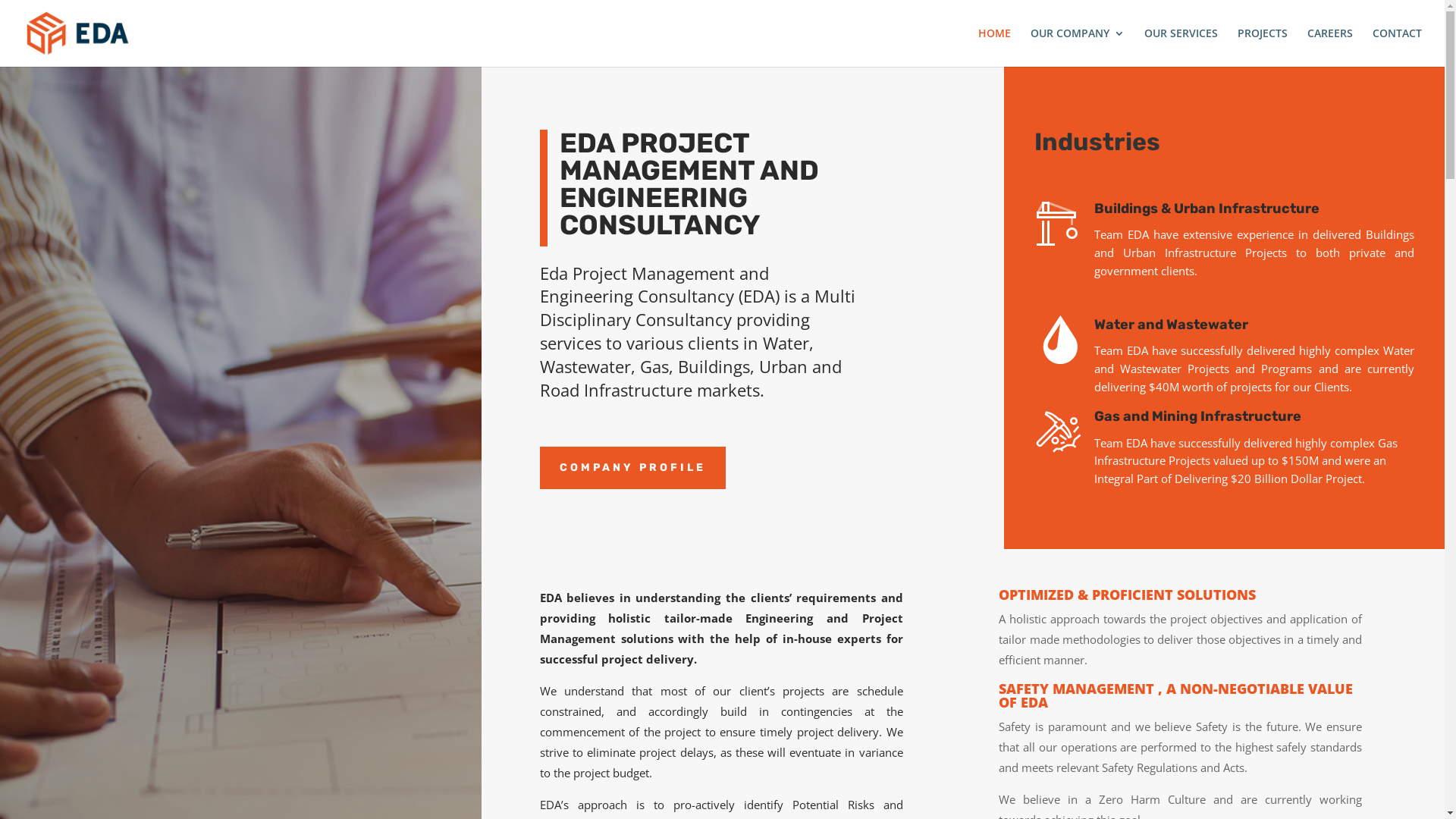  Describe the element at coordinates (1329, 46) in the screenshot. I see `'CAREERS'` at that location.